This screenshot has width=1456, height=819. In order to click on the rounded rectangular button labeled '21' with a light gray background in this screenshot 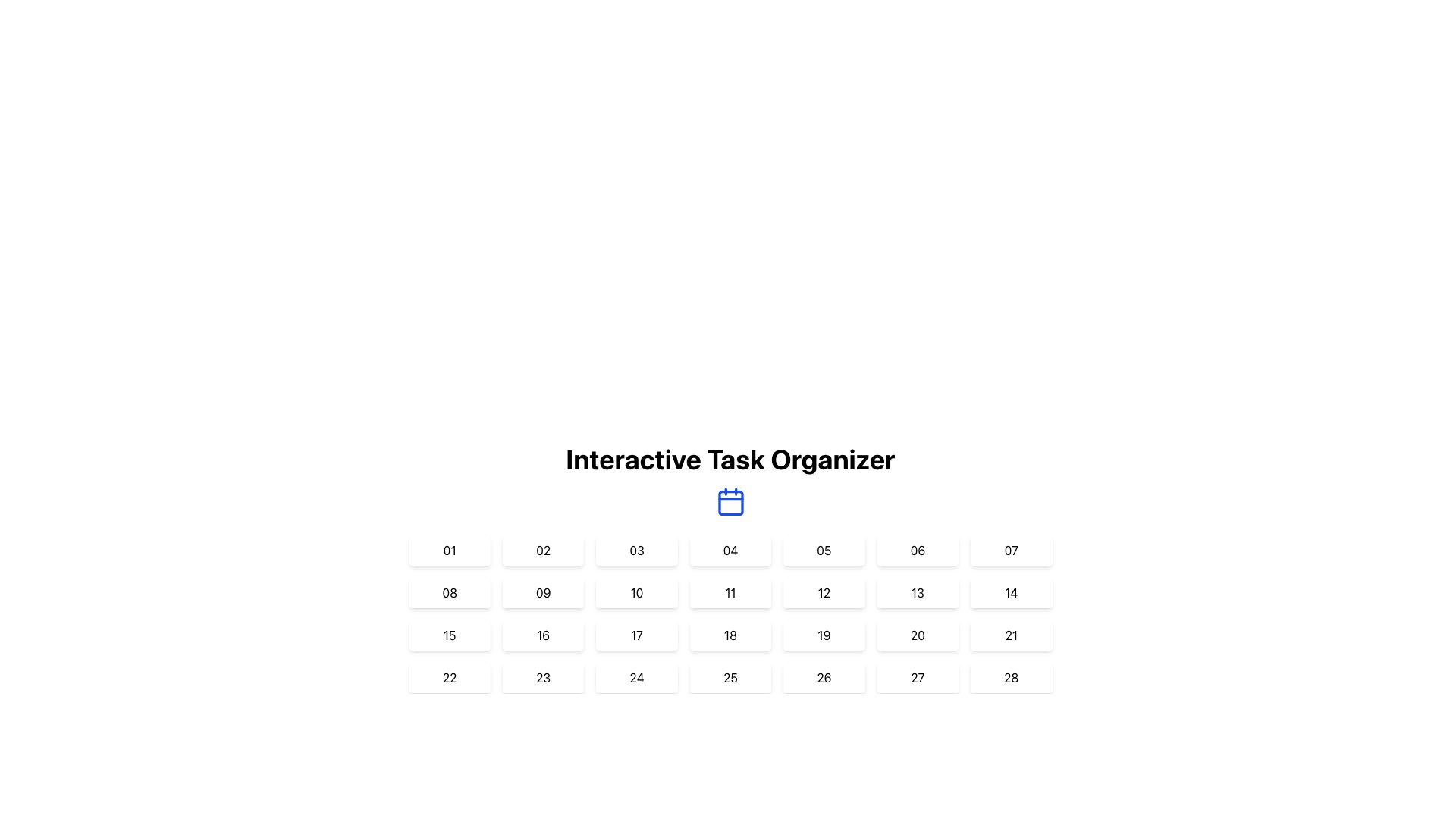, I will do `click(1011, 635)`.